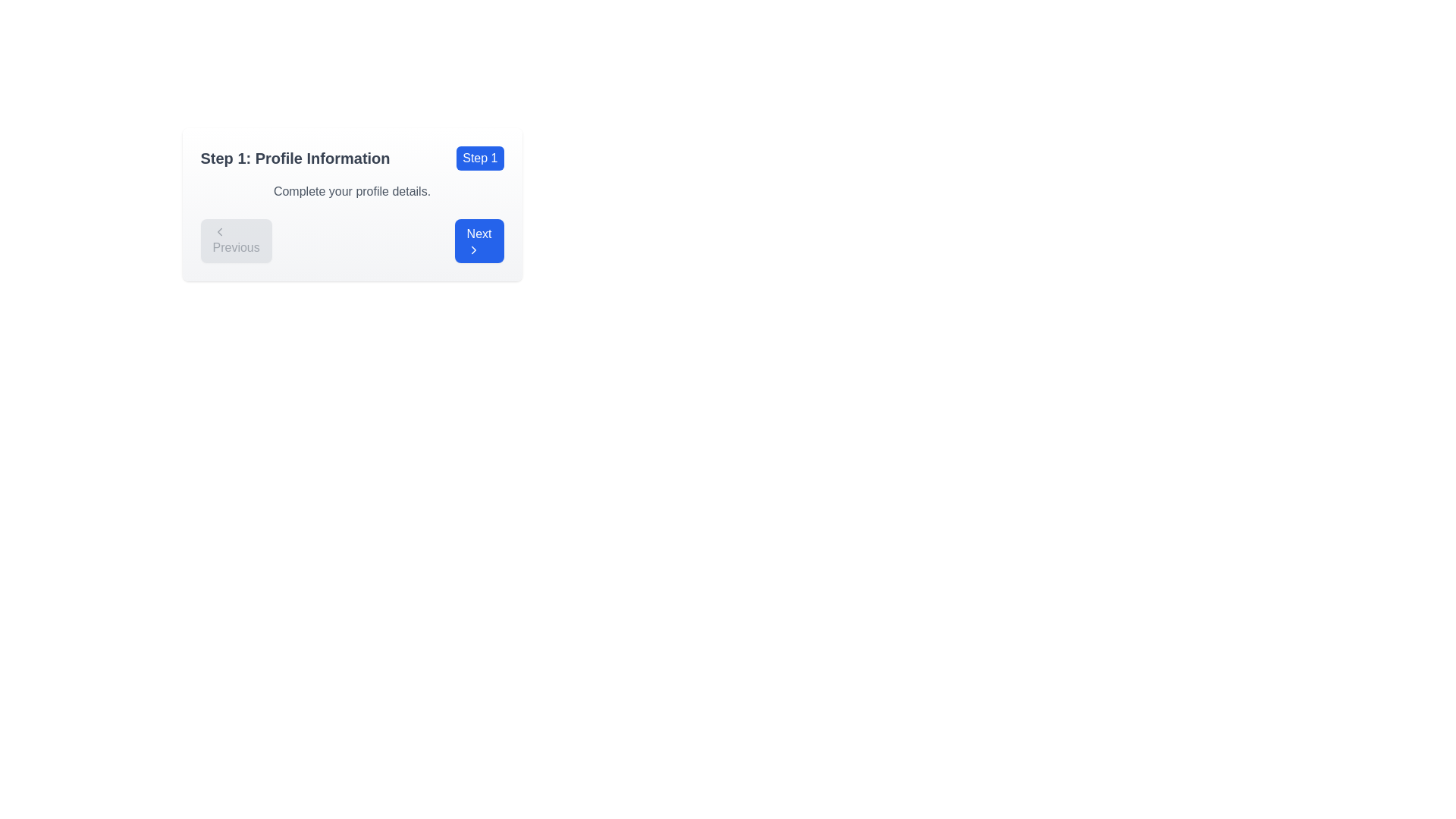 This screenshot has height=819, width=1456. What do you see at coordinates (472, 249) in the screenshot?
I see `the icon within the 'Next' button located in the bottom-right area of the card to proceed to the next step` at bounding box center [472, 249].